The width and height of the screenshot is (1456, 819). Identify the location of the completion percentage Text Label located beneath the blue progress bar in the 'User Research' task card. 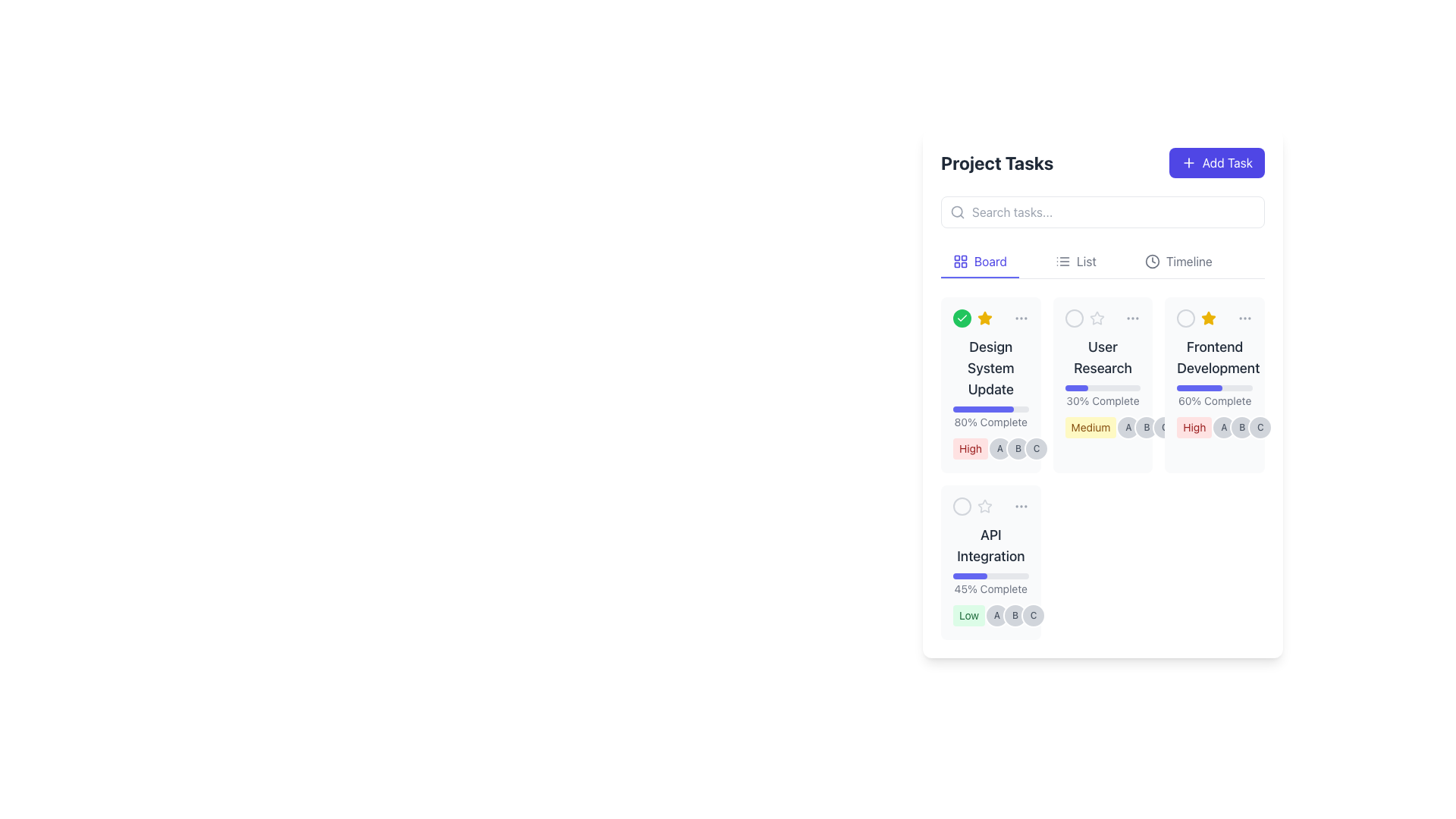
(1103, 400).